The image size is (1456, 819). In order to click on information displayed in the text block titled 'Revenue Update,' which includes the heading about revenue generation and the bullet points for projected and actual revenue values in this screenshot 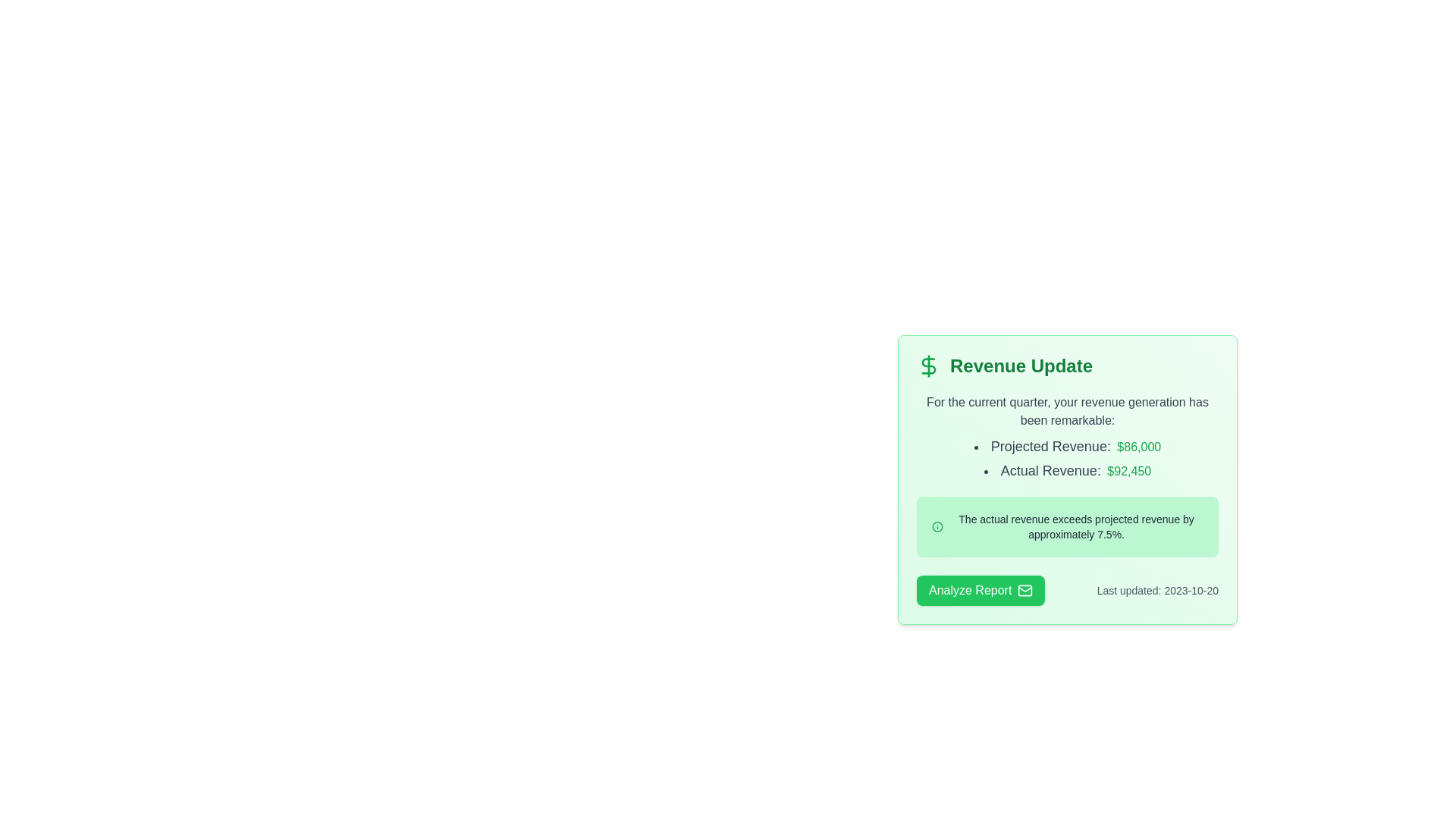, I will do `click(1066, 438)`.